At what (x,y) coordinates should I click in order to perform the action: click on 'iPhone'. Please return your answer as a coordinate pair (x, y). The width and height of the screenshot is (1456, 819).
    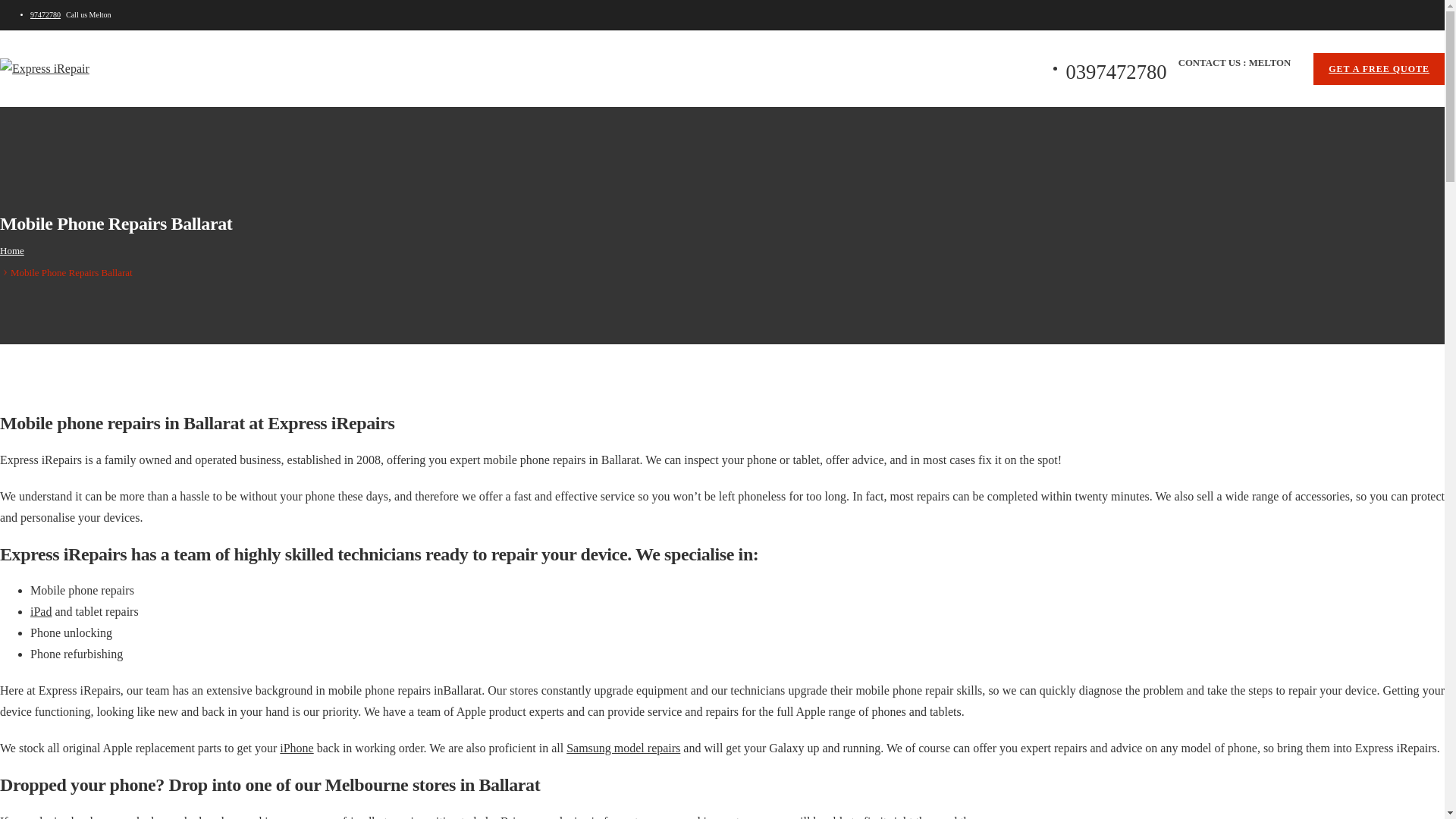
    Looking at the image, I should click on (296, 747).